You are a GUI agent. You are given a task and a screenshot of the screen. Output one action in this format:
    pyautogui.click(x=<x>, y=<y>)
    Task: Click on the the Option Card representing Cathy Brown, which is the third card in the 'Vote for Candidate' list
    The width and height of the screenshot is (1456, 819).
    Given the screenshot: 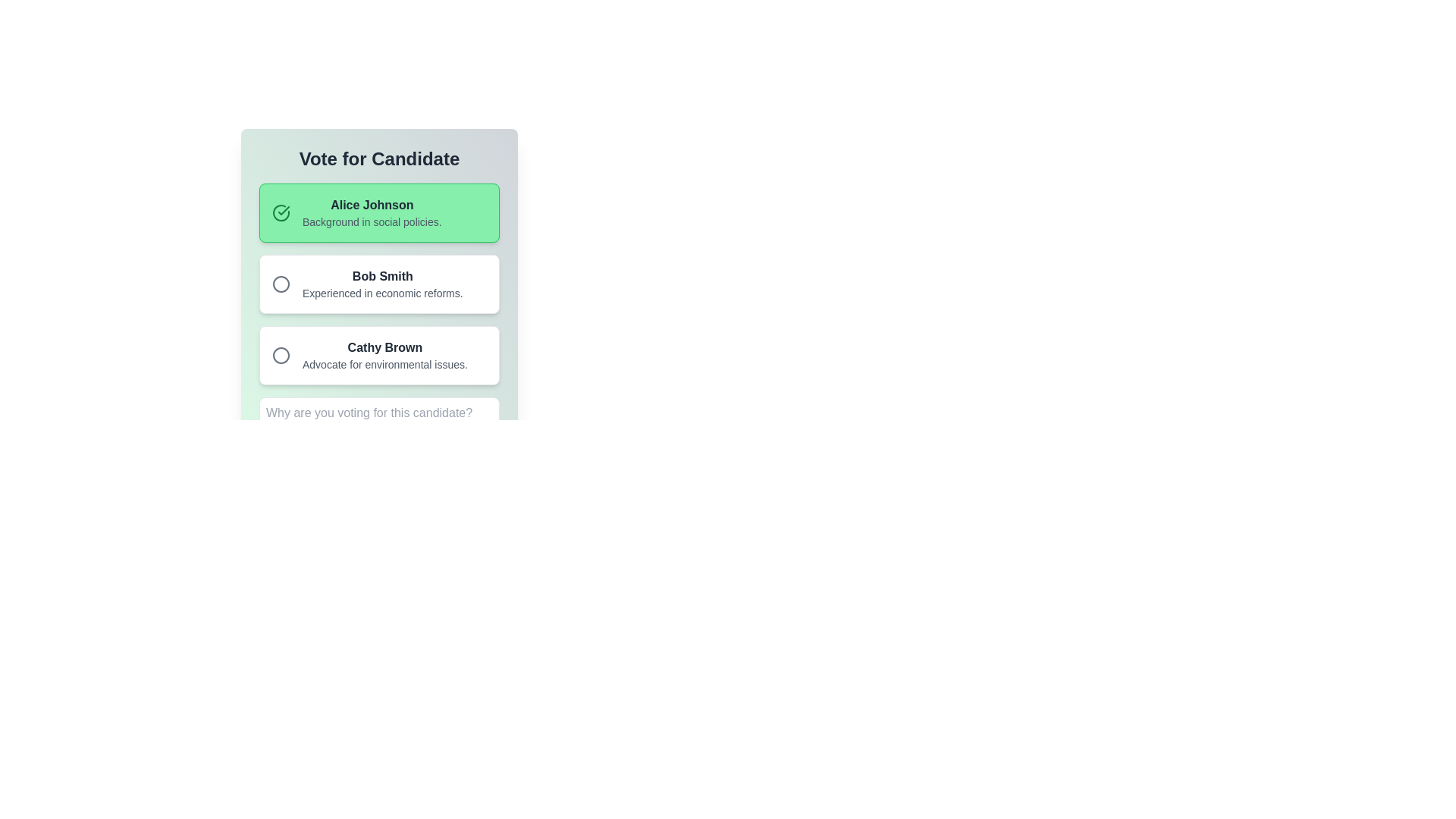 What is the action you would take?
    pyautogui.click(x=379, y=356)
    